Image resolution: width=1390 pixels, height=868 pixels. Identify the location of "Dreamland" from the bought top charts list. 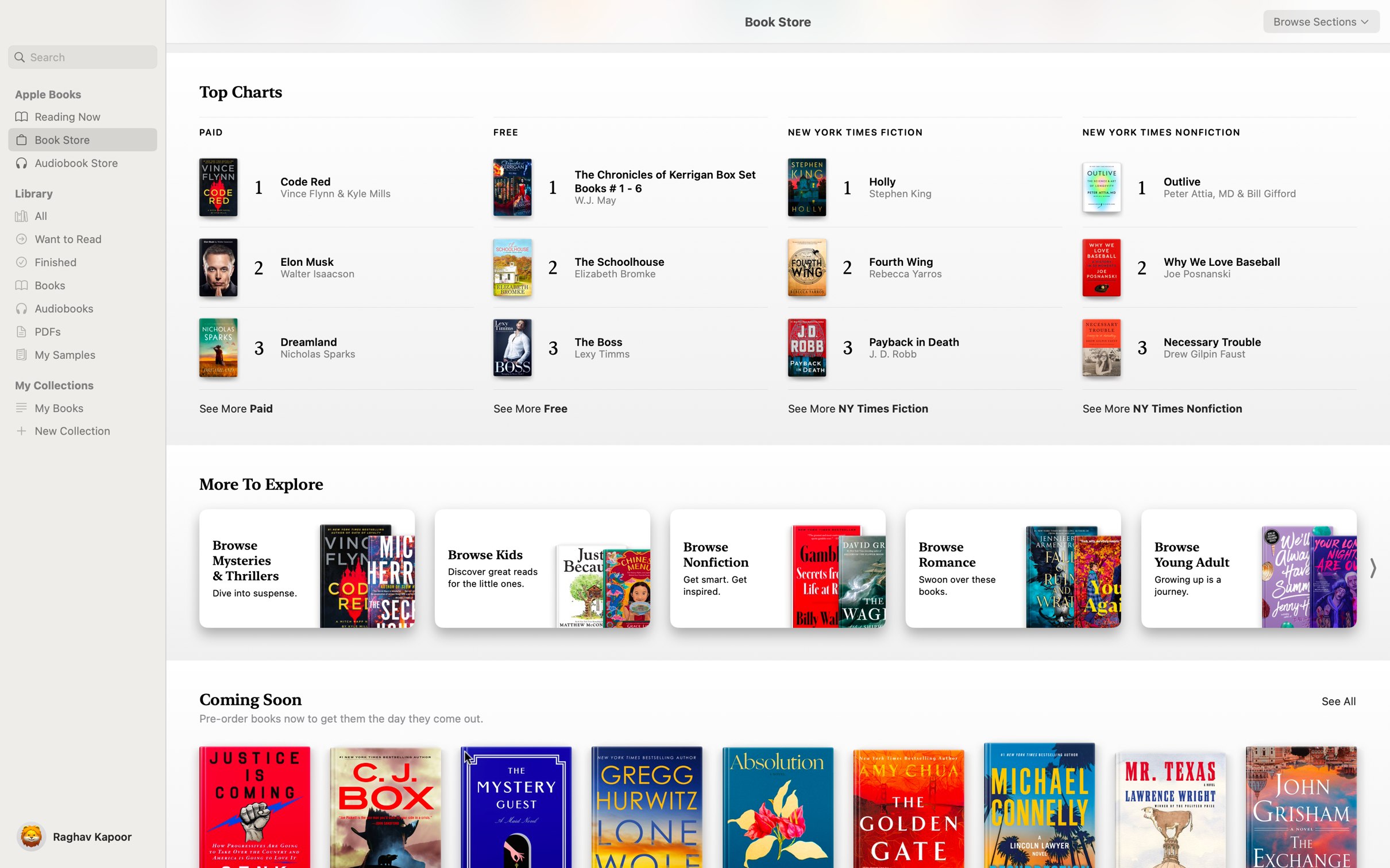
(325, 348).